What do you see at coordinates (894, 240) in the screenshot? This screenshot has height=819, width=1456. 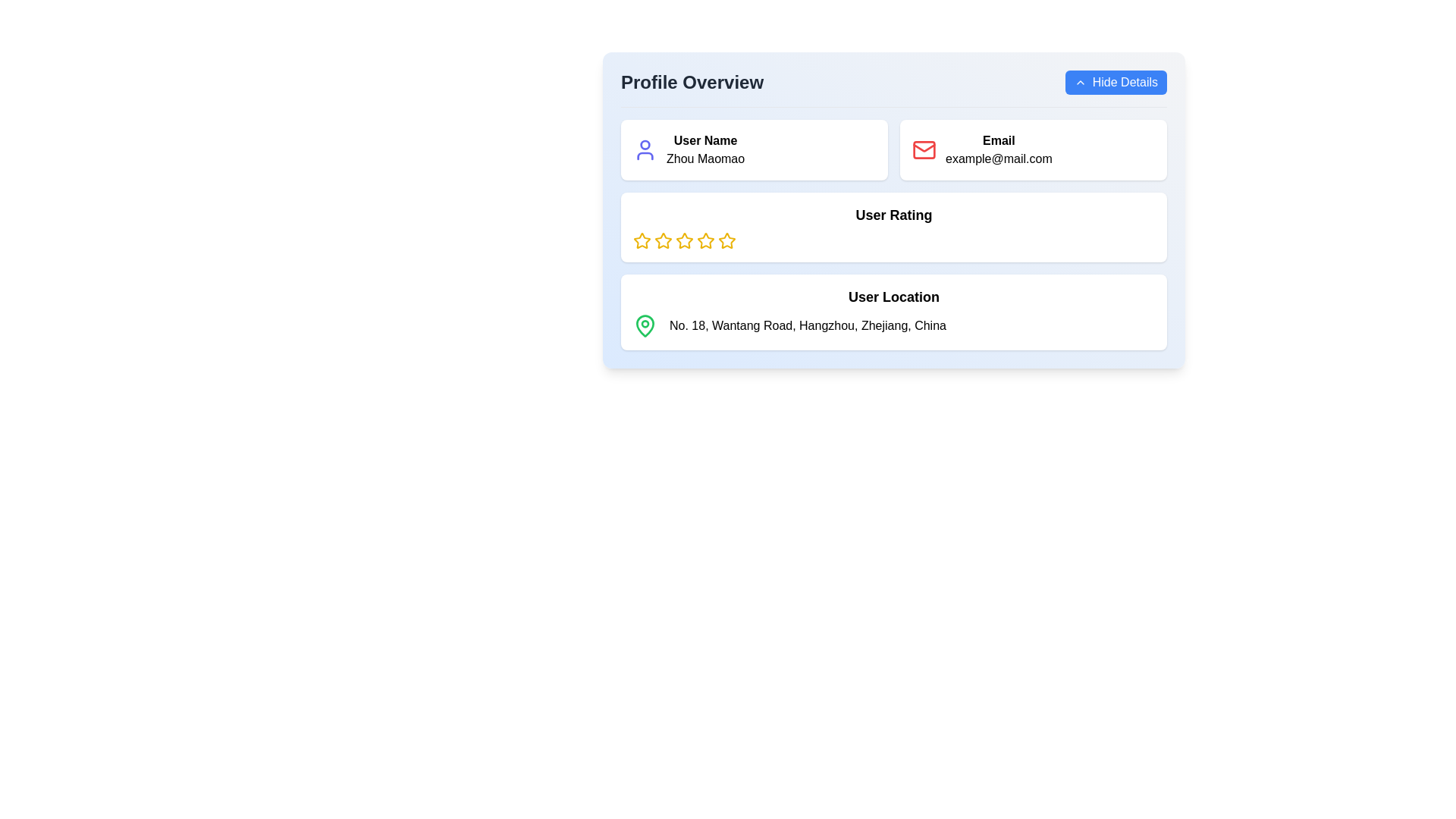 I see `each of the five yellow star icons in the Rating indicator located in the 'User Rating' section of the 'Profile Overview' card` at bounding box center [894, 240].